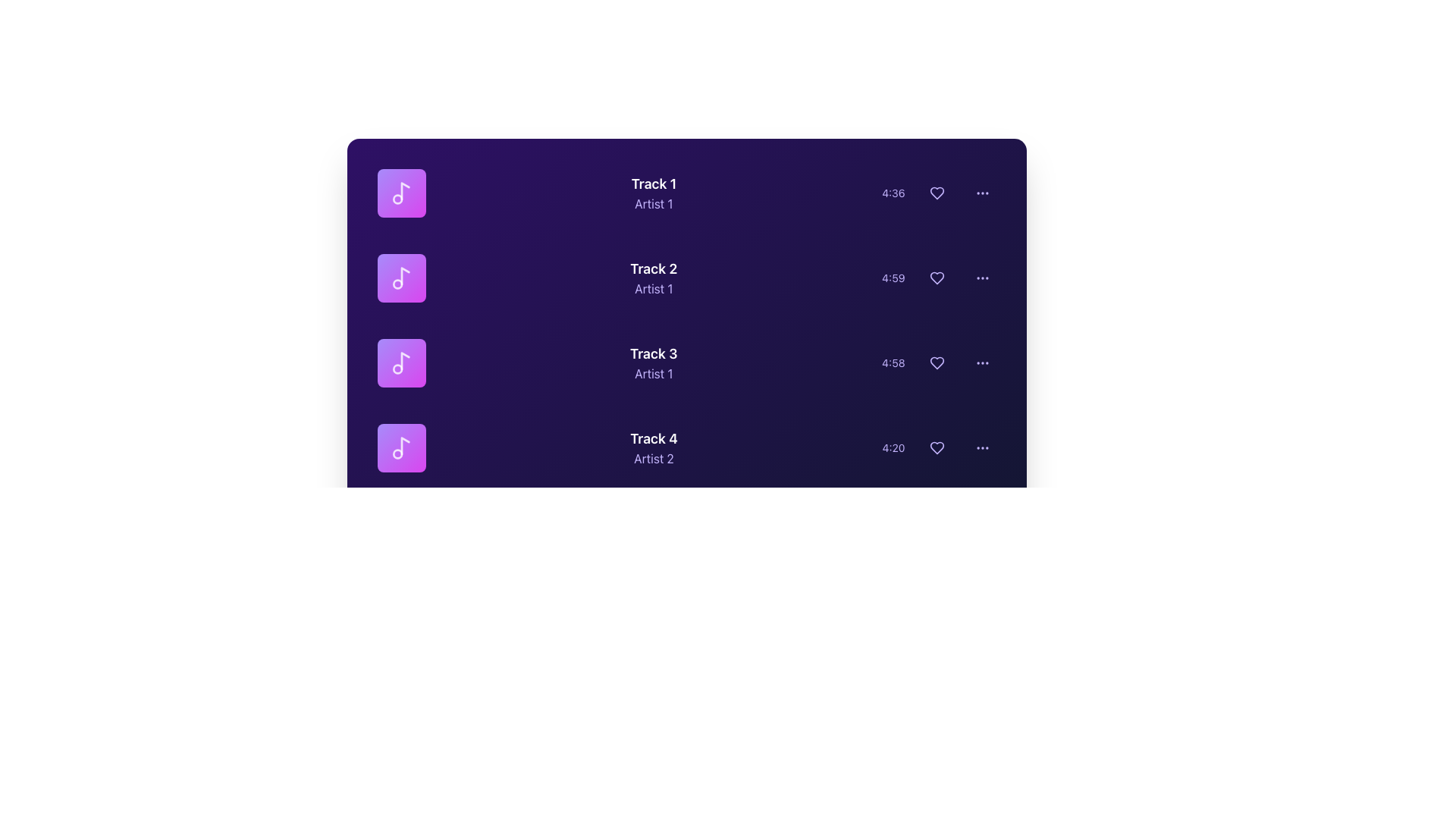  Describe the element at coordinates (686, 447) in the screenshot. I see `the fourth track in the playlist list item` at that location.